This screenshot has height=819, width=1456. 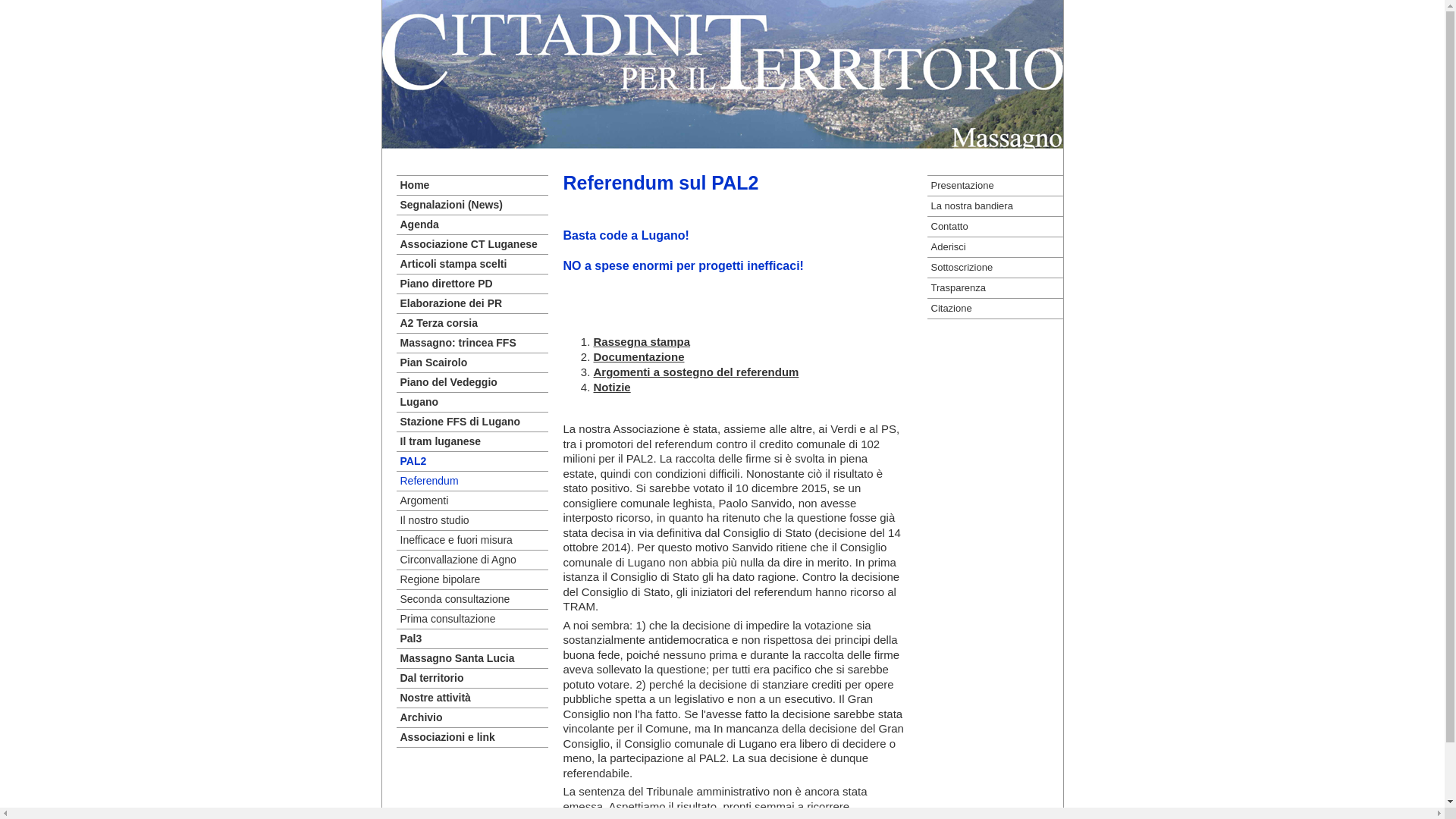 I want to click on 'Associazioni e link', so click(x=471, y=736).